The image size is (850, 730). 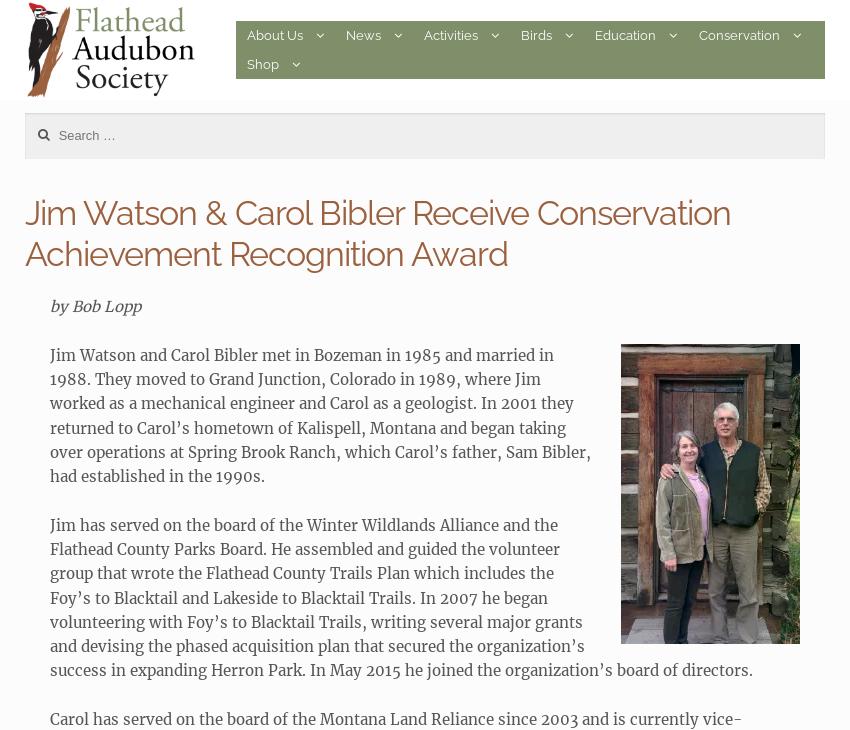 What do you see at coordinates (23, 232) in the screenshot?
I see `'Jim Watson & Carol Bibler Receive Conservation Achievement Recognition Award'` at bounding box center [23, 232].